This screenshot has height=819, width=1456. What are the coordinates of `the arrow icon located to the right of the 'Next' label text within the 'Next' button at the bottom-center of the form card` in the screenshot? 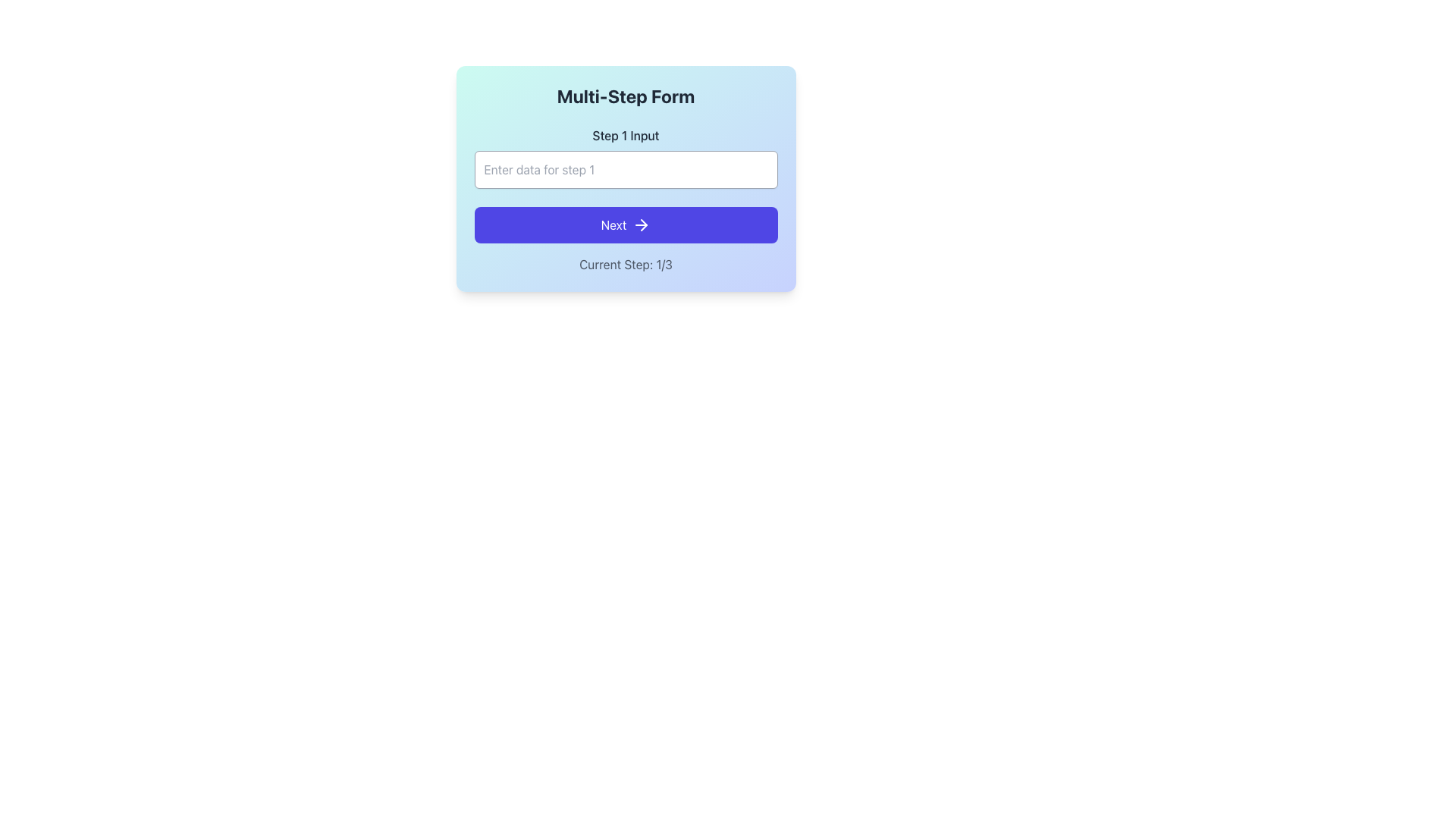 It's located at (642, 225).